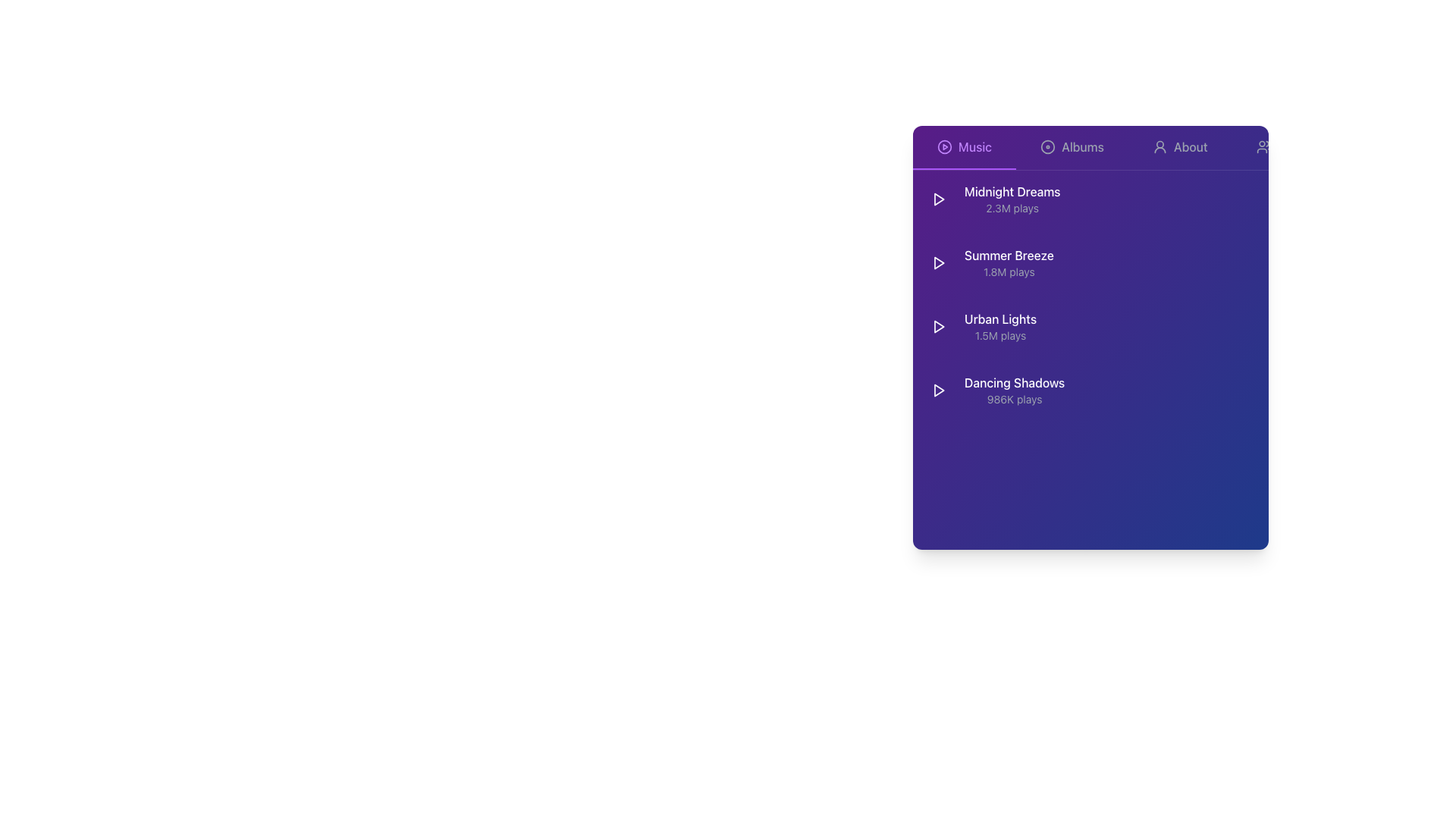  I want to click on the first list item displaying the track 'Midnight Dreams' with a play button, so click(993, 198).